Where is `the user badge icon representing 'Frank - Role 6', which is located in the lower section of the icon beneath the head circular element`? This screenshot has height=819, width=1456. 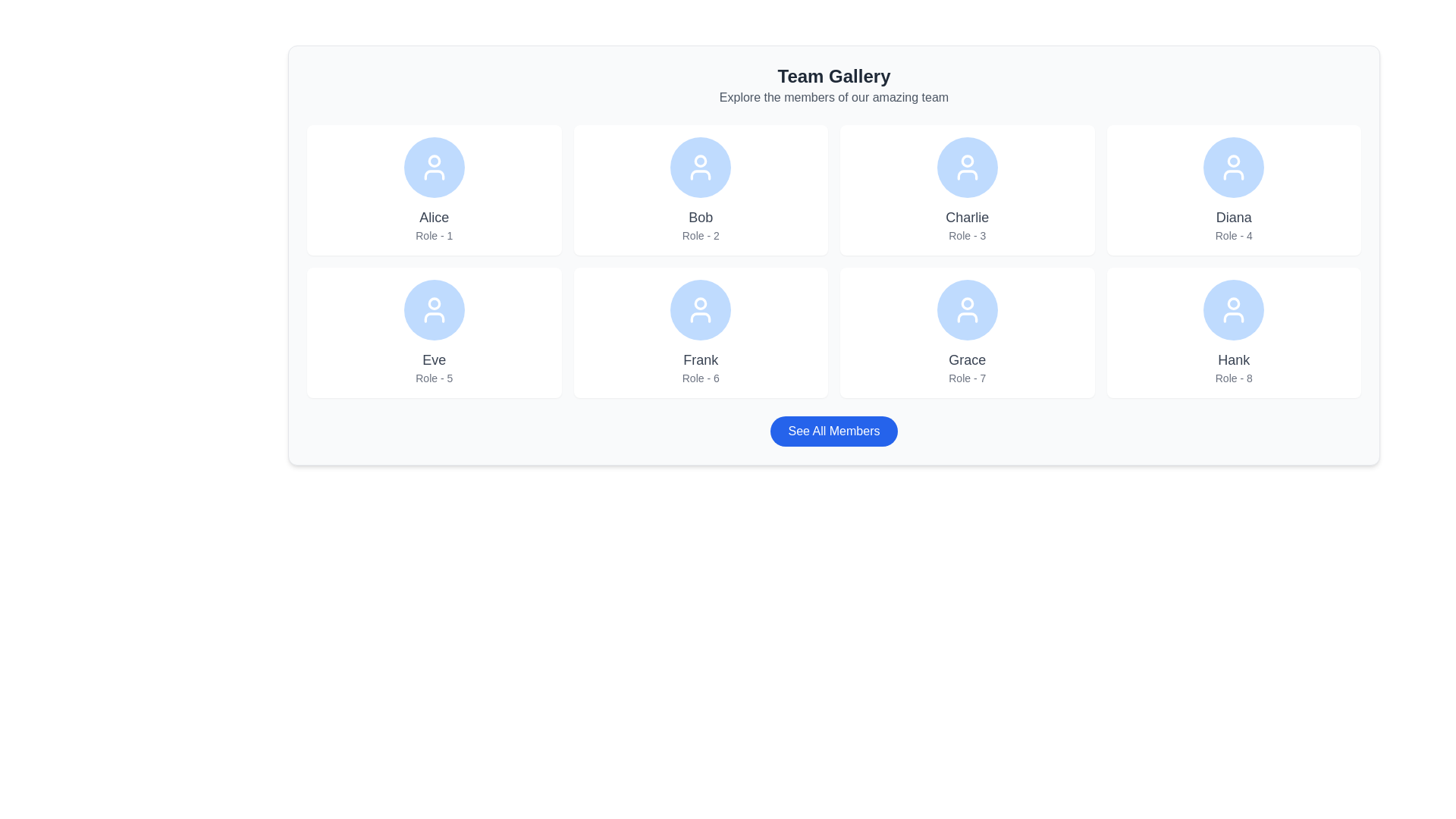 the user badge icon representing 'Frank - Role 6', which is located in the lower section of the icon beneath the head circular element is located at coordinates (700, 317).